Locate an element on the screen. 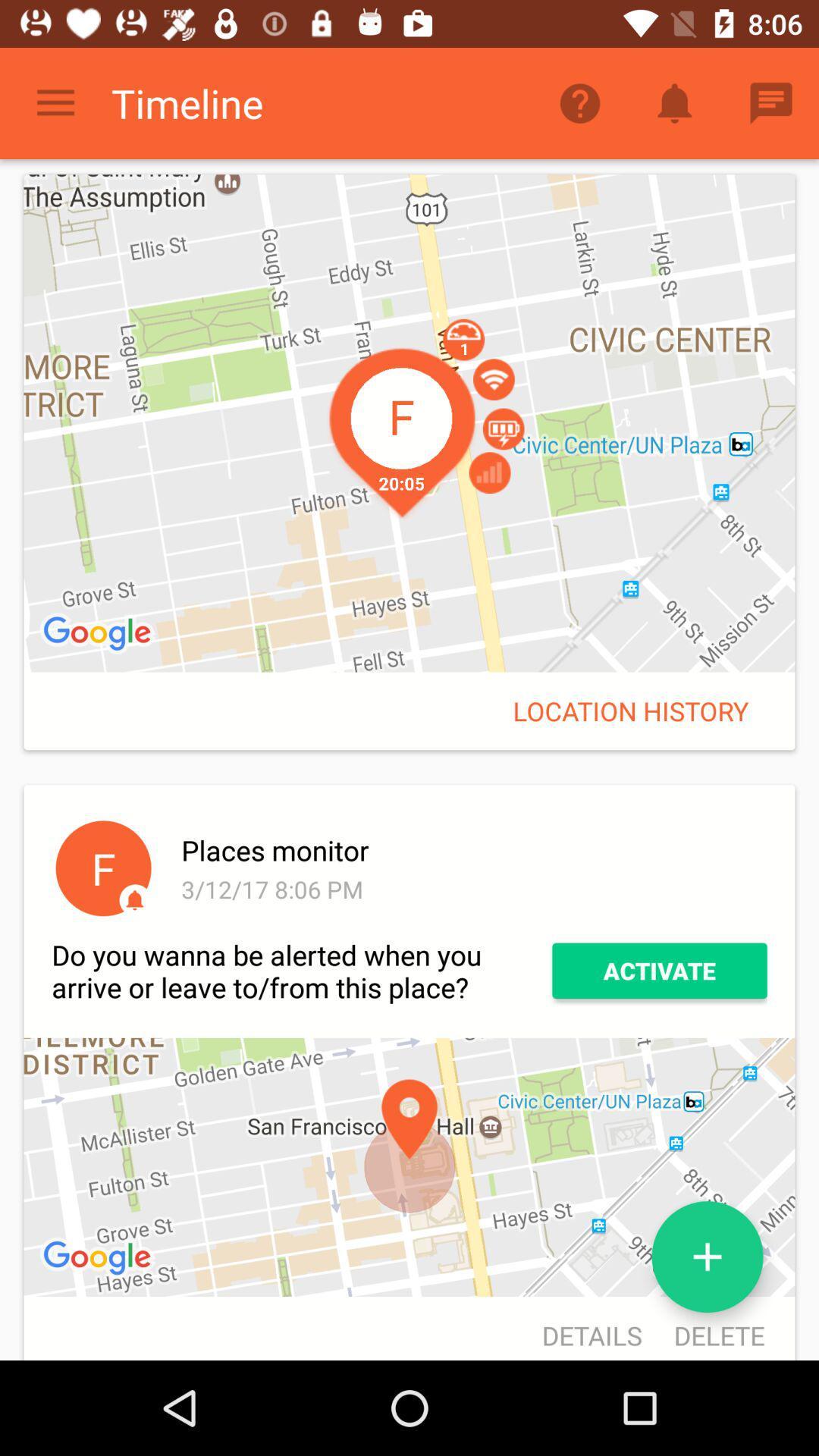 The width and height of the screenshot is (819, 1456). the icon next to f is located at coordinates (471, 889).